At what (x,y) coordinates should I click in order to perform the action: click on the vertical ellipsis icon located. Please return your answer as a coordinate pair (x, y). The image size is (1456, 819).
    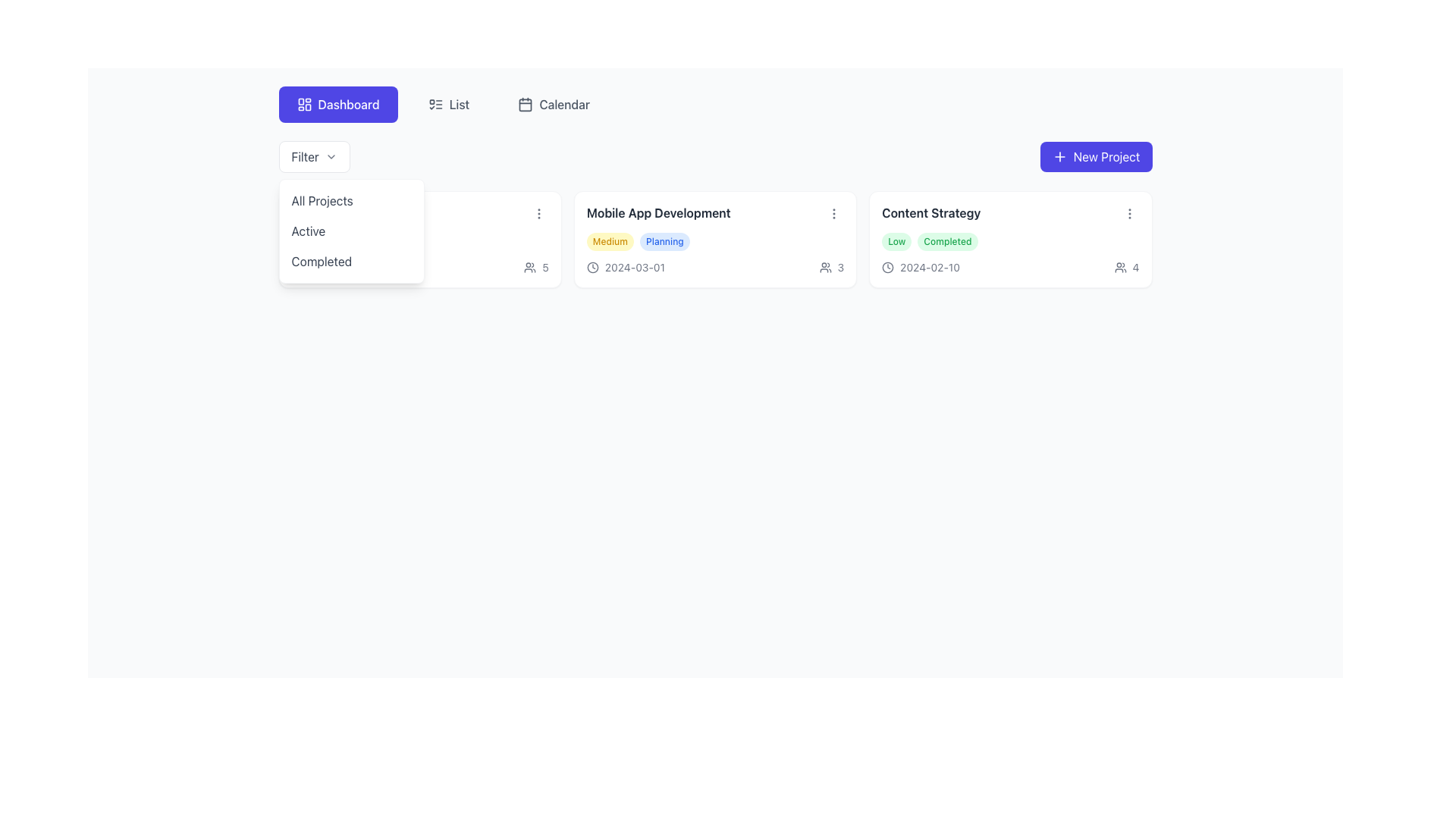
    Looking at the image, I should click on (833, 213).